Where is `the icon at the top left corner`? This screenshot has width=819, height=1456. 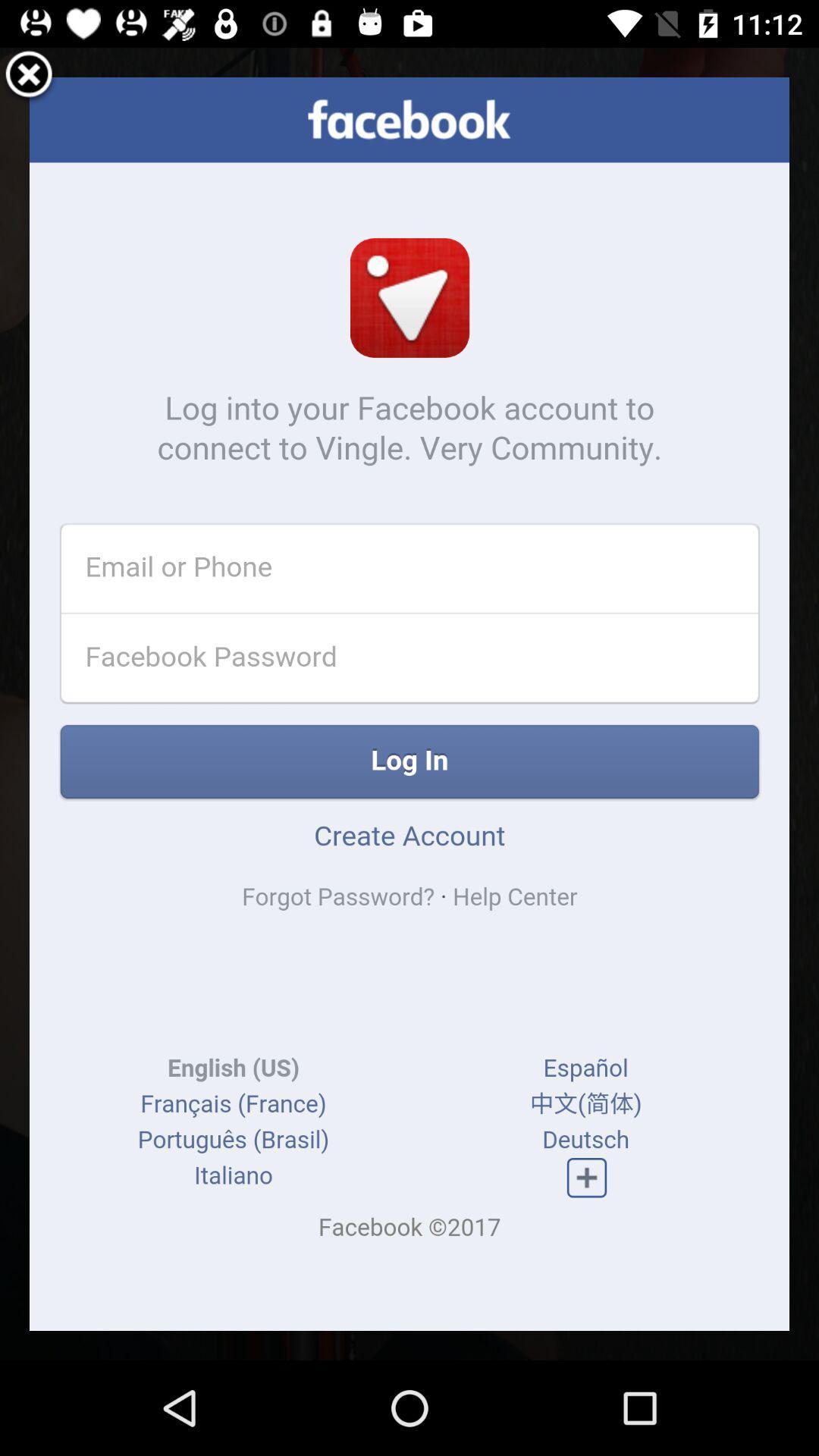 the icon at the top left corner is located at coordinates (29, 76).